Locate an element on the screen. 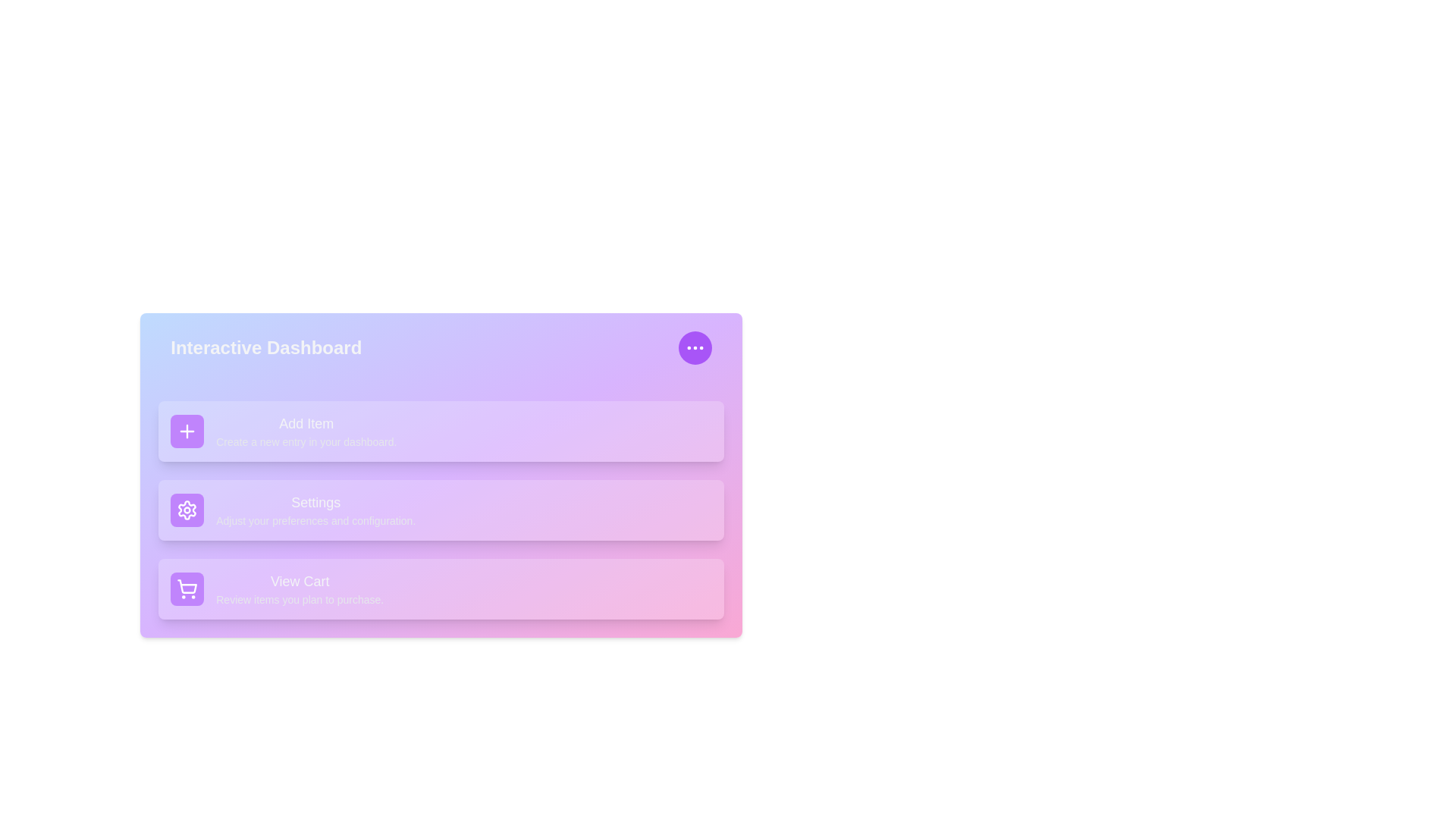  button in the header to toggle the menu visibility is located at coordinates (694, 348).